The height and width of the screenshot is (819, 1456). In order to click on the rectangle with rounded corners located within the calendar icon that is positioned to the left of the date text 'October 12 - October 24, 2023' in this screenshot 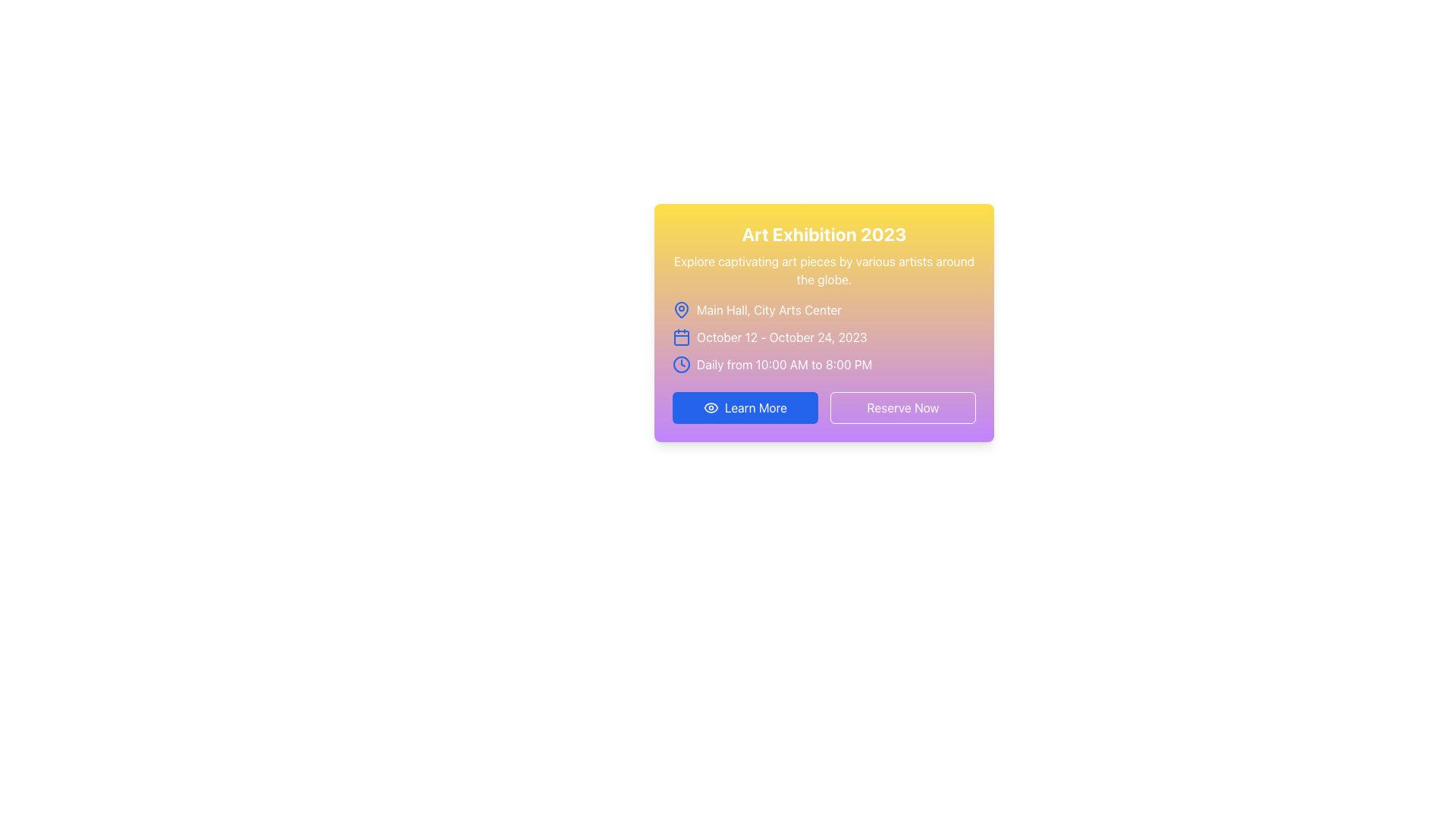, I will do `click(680, 337)`.